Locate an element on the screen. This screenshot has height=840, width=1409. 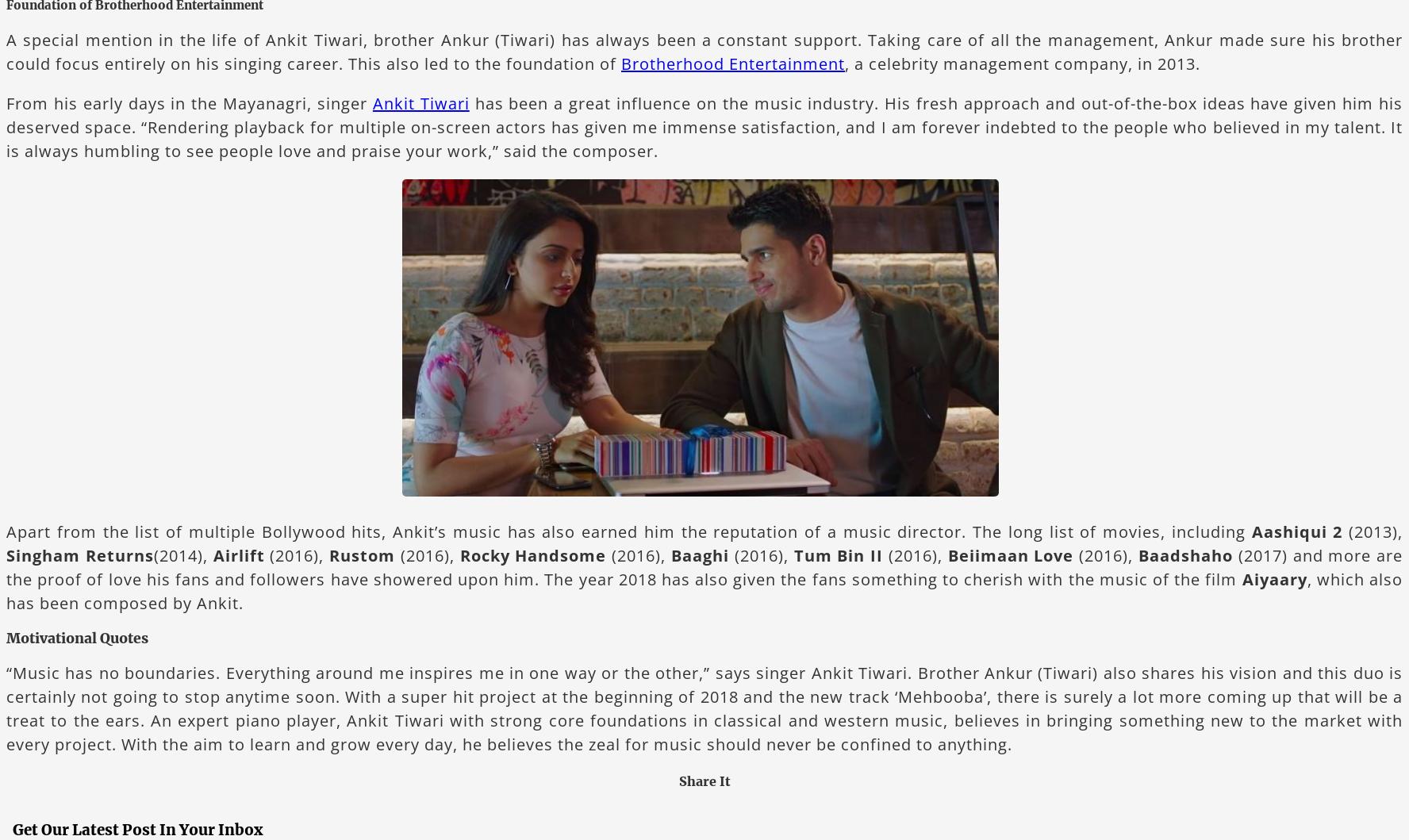
'(2013),' is located at coordinates (1347, 531).